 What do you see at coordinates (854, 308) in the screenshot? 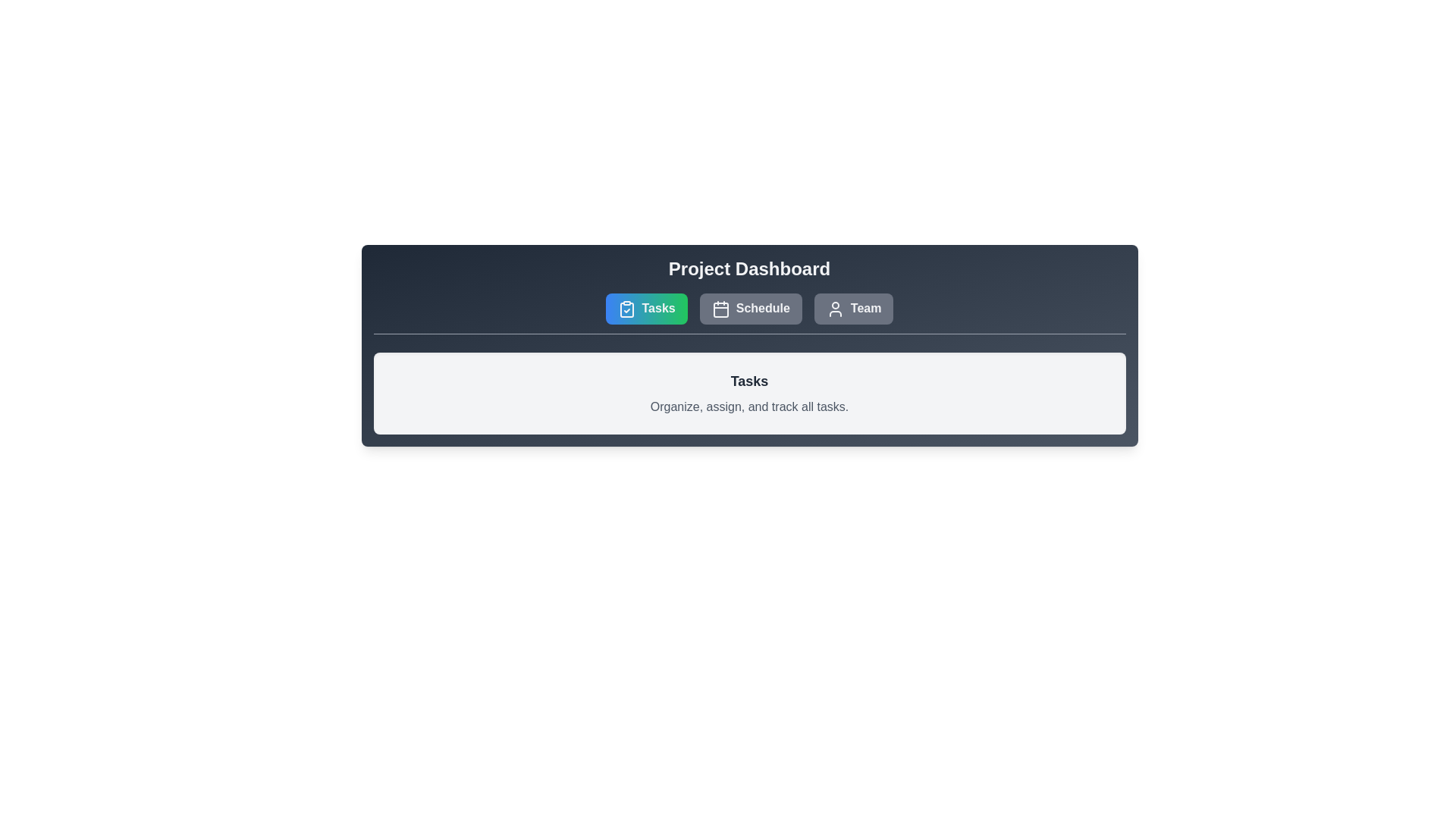
I see `the rightmost button in the navigation section used for Team management` at bounding box center [854, 308].